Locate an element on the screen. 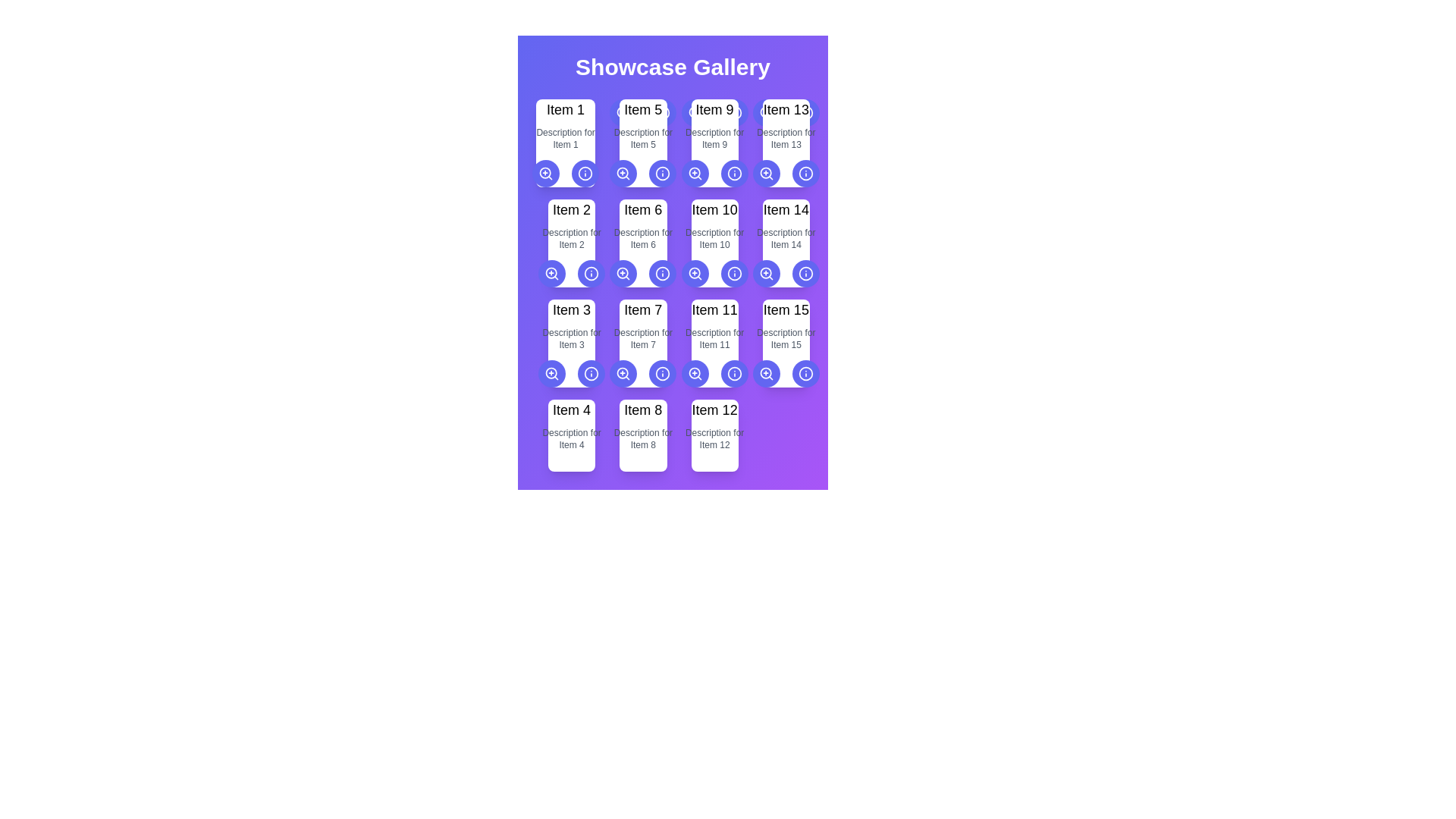 Image resolution: width=1456 pixels, height=819 pixels. the second icon in the 'Item 6' panel is located at coordinates (663, 274).